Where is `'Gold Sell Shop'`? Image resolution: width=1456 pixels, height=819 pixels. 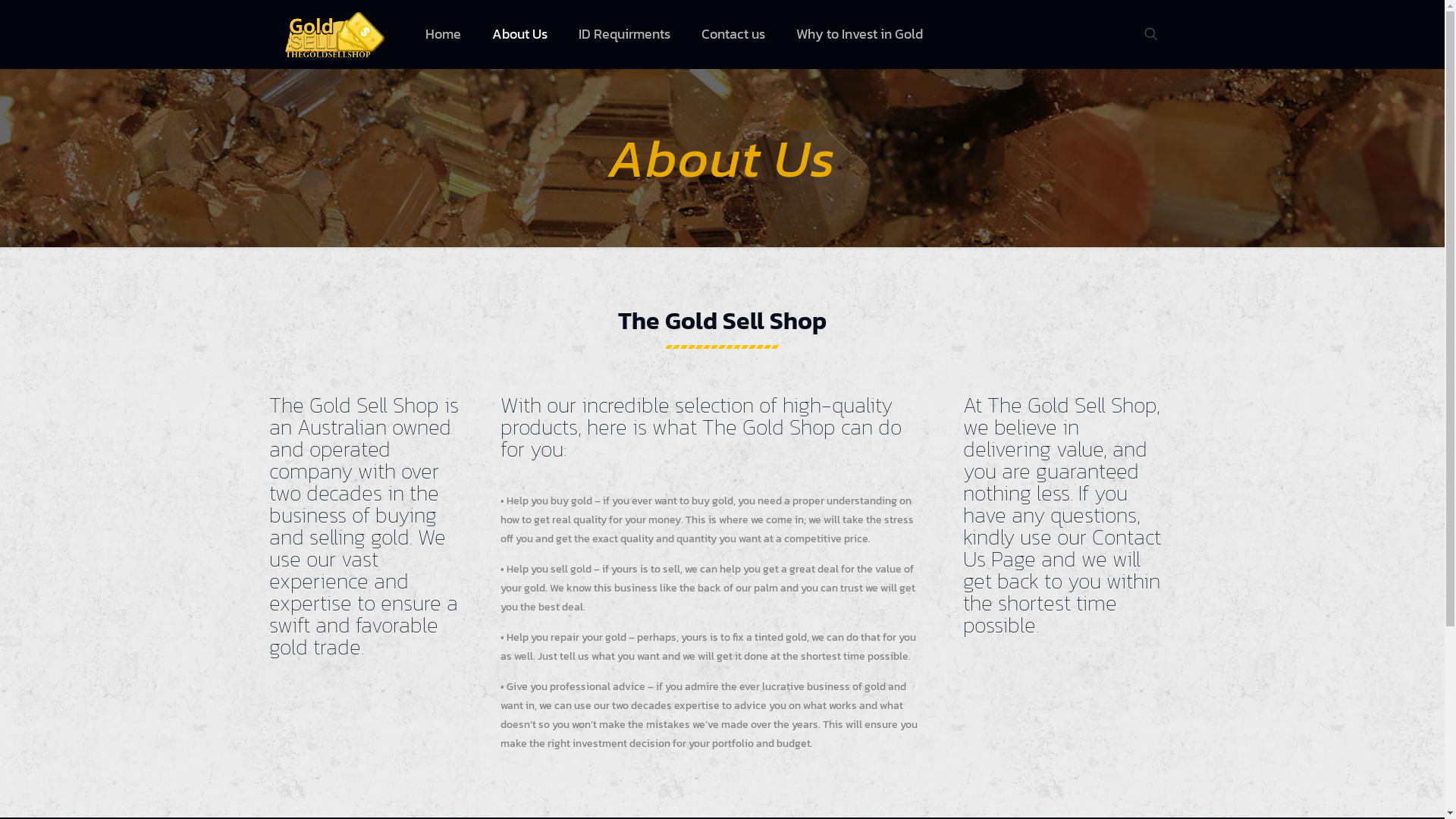 'Gold Sell Shop' is located at coordinates (334, 34).